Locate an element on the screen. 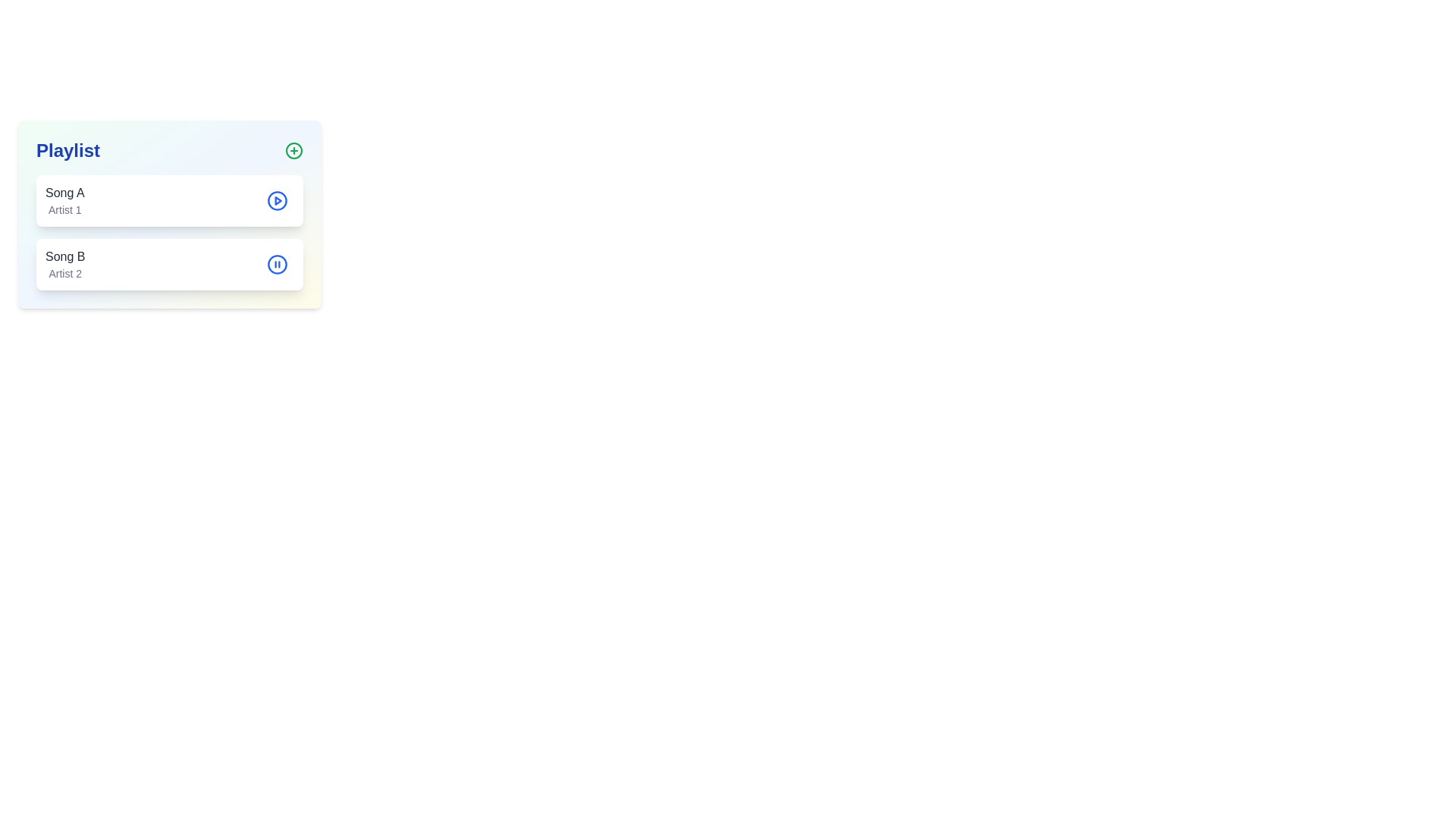  the text label that indicates the artist's name for 'Song B', located in the lower half of the playlist interface, in the second row beneath the song title is located at coordinates (64, 274).